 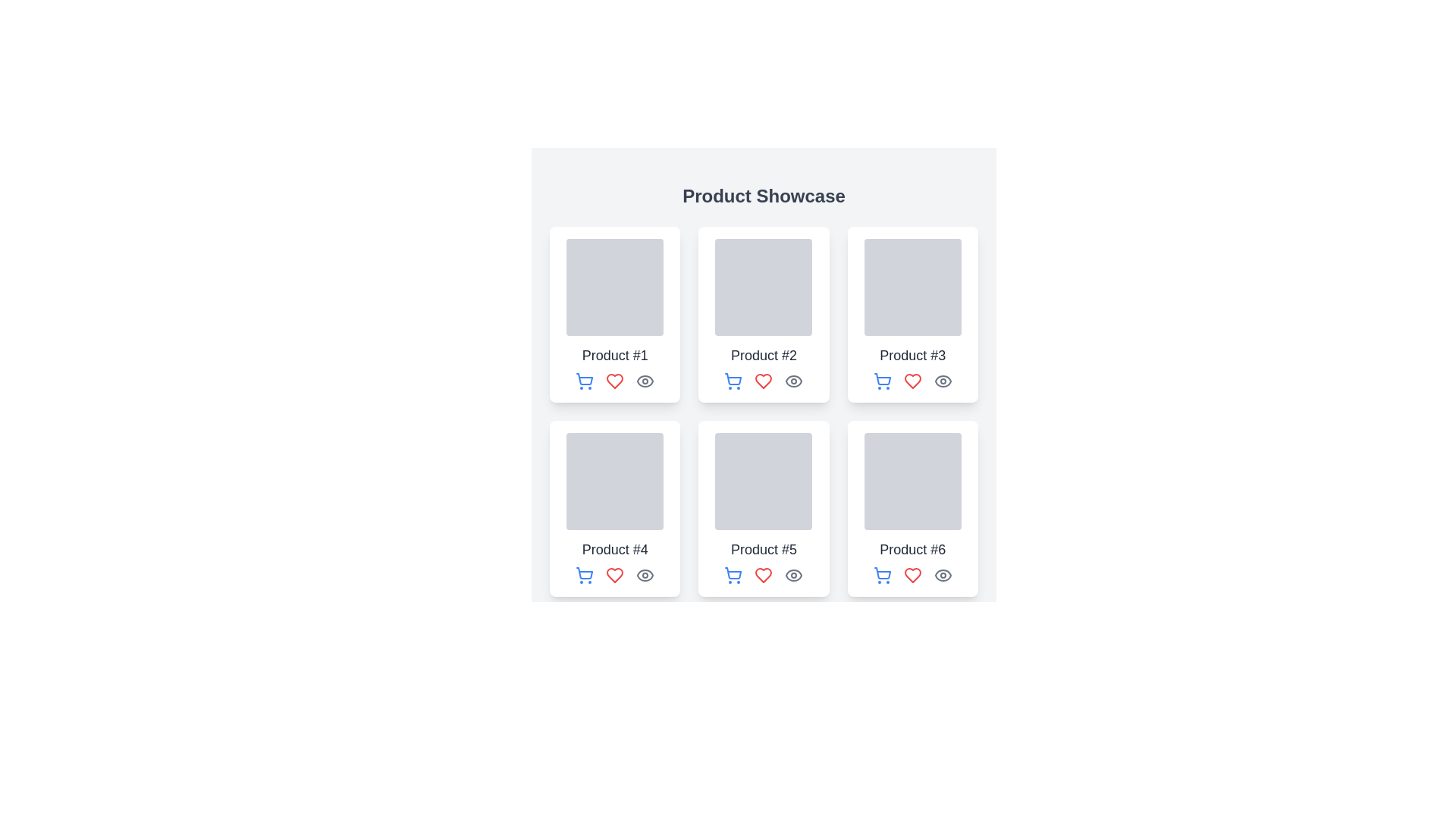 What do you see at coordinates (764, 380) in the screenshot?
I see `the favorite icon button located below the Product #2 card in the second column of the Product Showcase grid` at bounding box center [764, 380].